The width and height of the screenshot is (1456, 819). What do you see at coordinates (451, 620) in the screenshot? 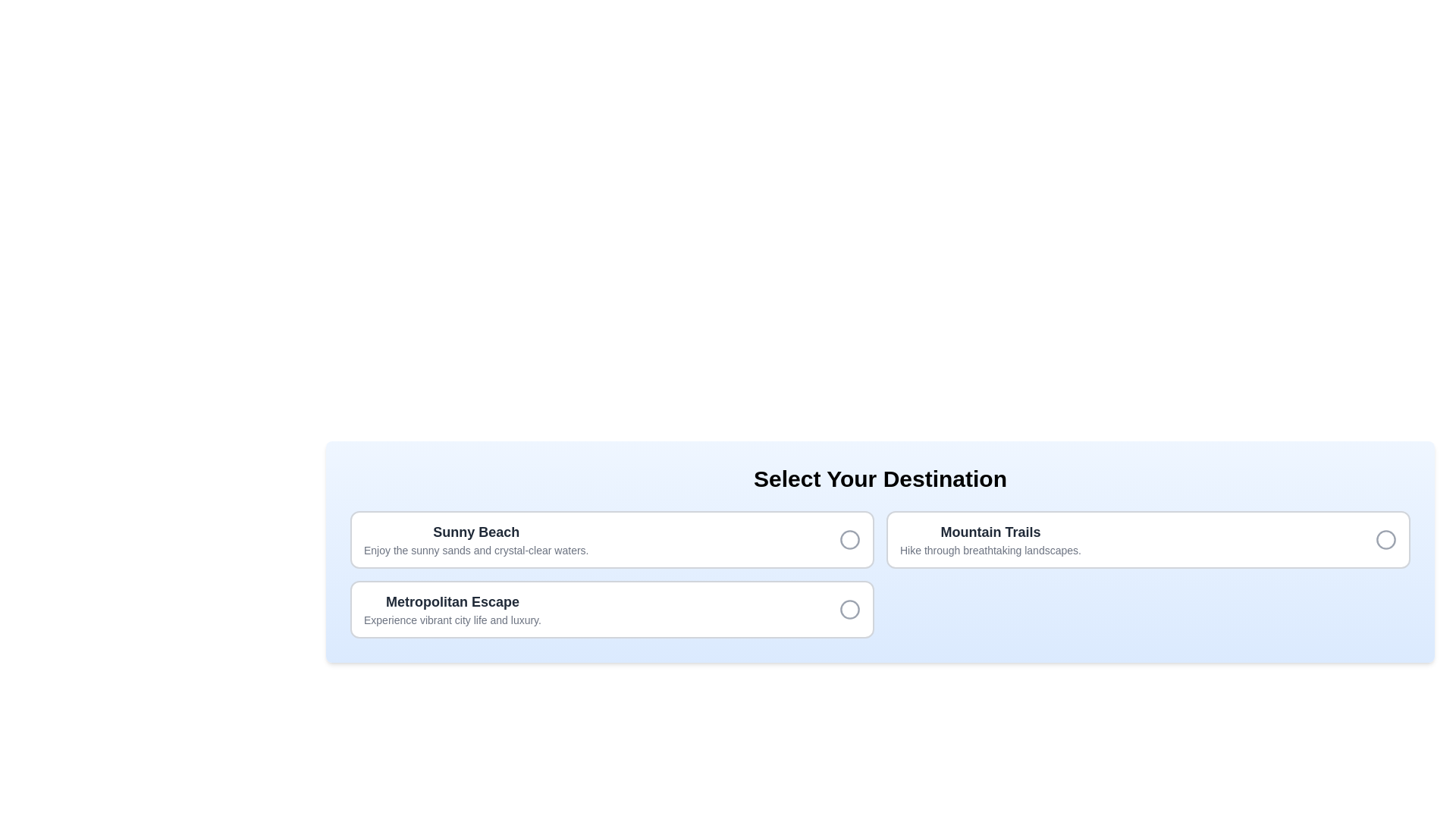
I see `text that says 'Experience vibrant city life and luxury.' located below the heading 'Metropolitan Escape' in the lower section of the selection card` at bounding box center [451, 620].